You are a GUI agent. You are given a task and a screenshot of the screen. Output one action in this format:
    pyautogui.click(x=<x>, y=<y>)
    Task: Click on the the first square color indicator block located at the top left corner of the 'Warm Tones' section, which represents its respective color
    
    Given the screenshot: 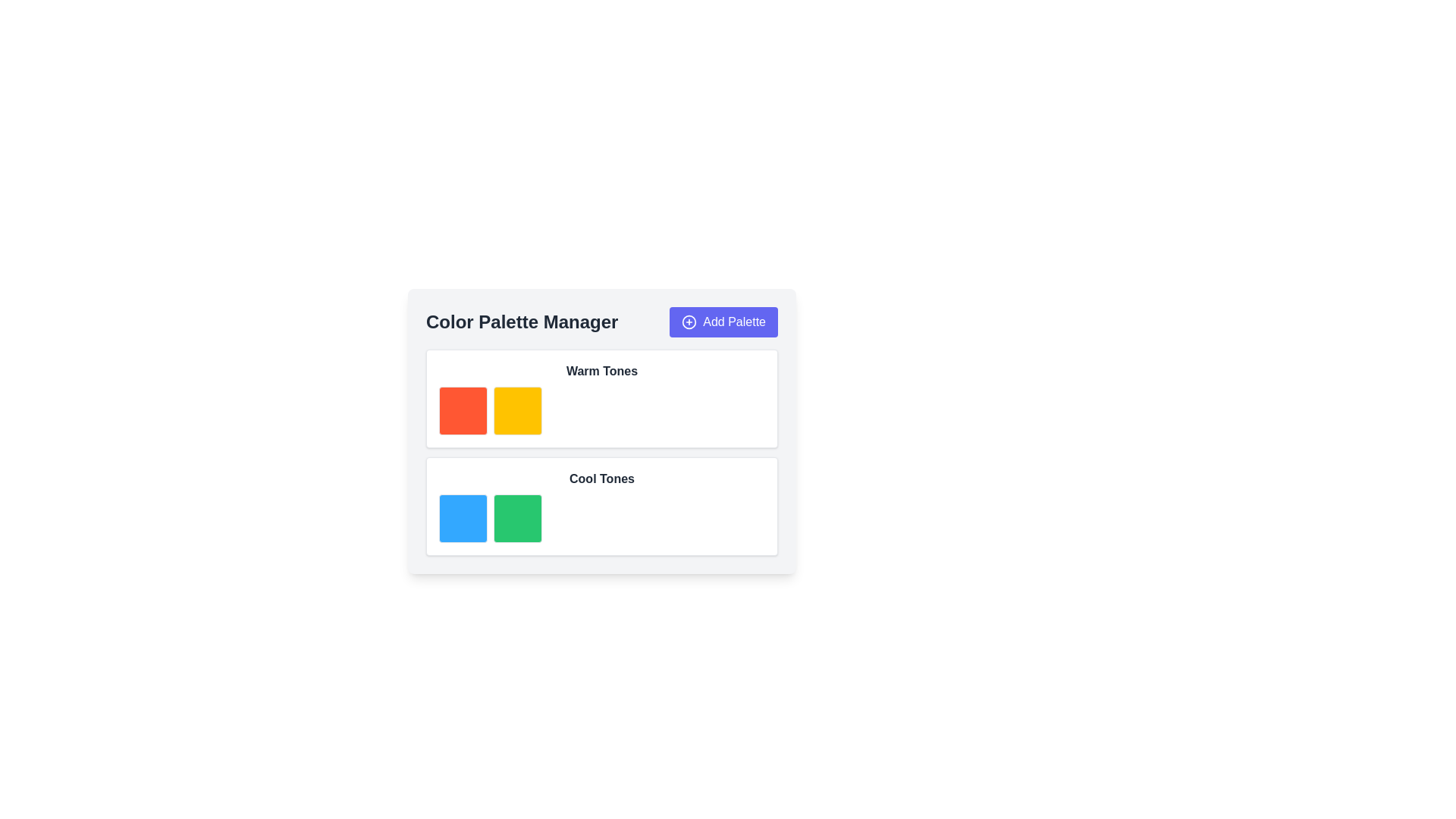 What is the action you would take?
    pyautogui.click(x=462, y=411)
    